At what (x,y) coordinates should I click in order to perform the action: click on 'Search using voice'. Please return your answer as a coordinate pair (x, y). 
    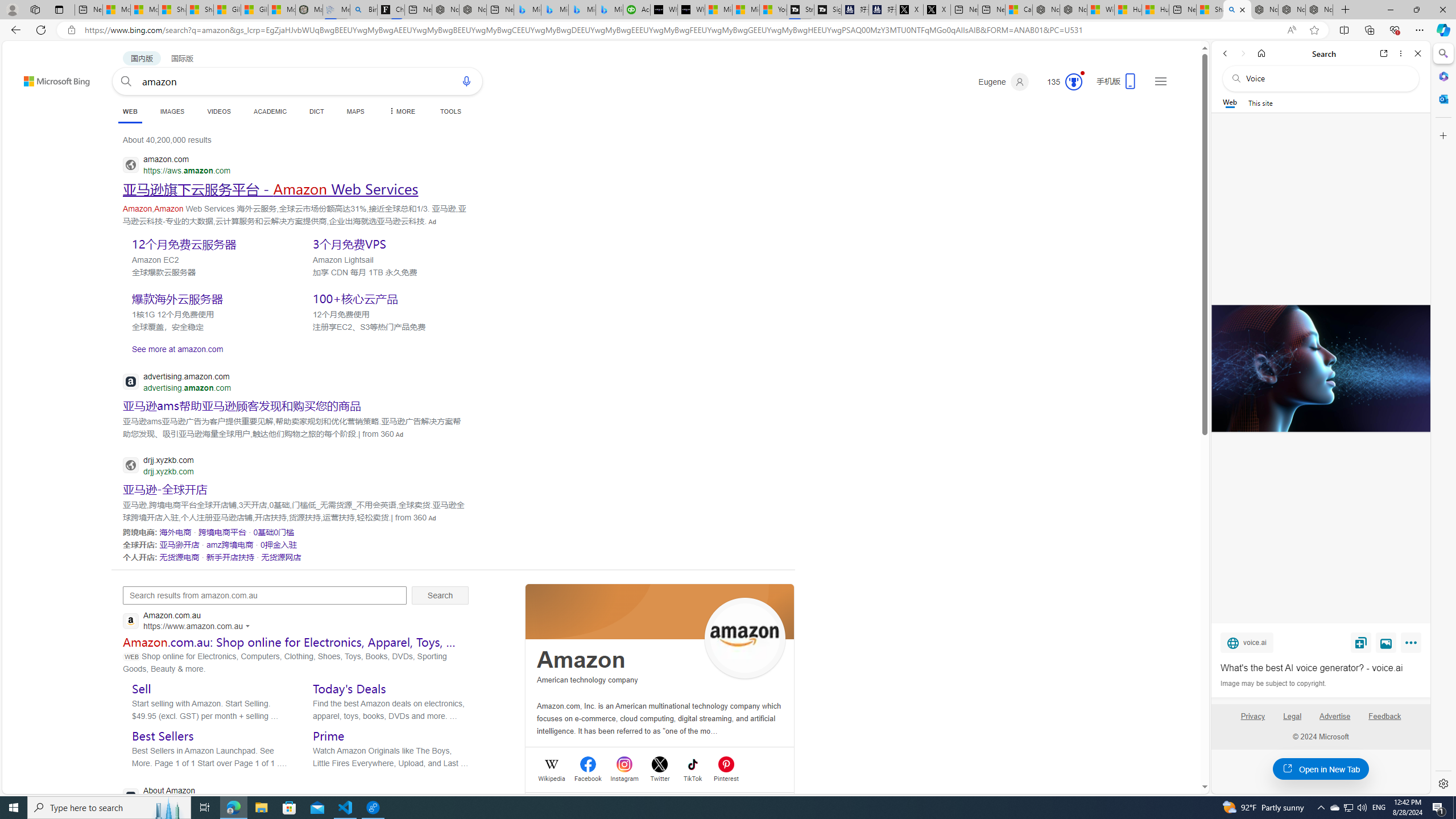
    Looking at the image, I should click on (466, 80).